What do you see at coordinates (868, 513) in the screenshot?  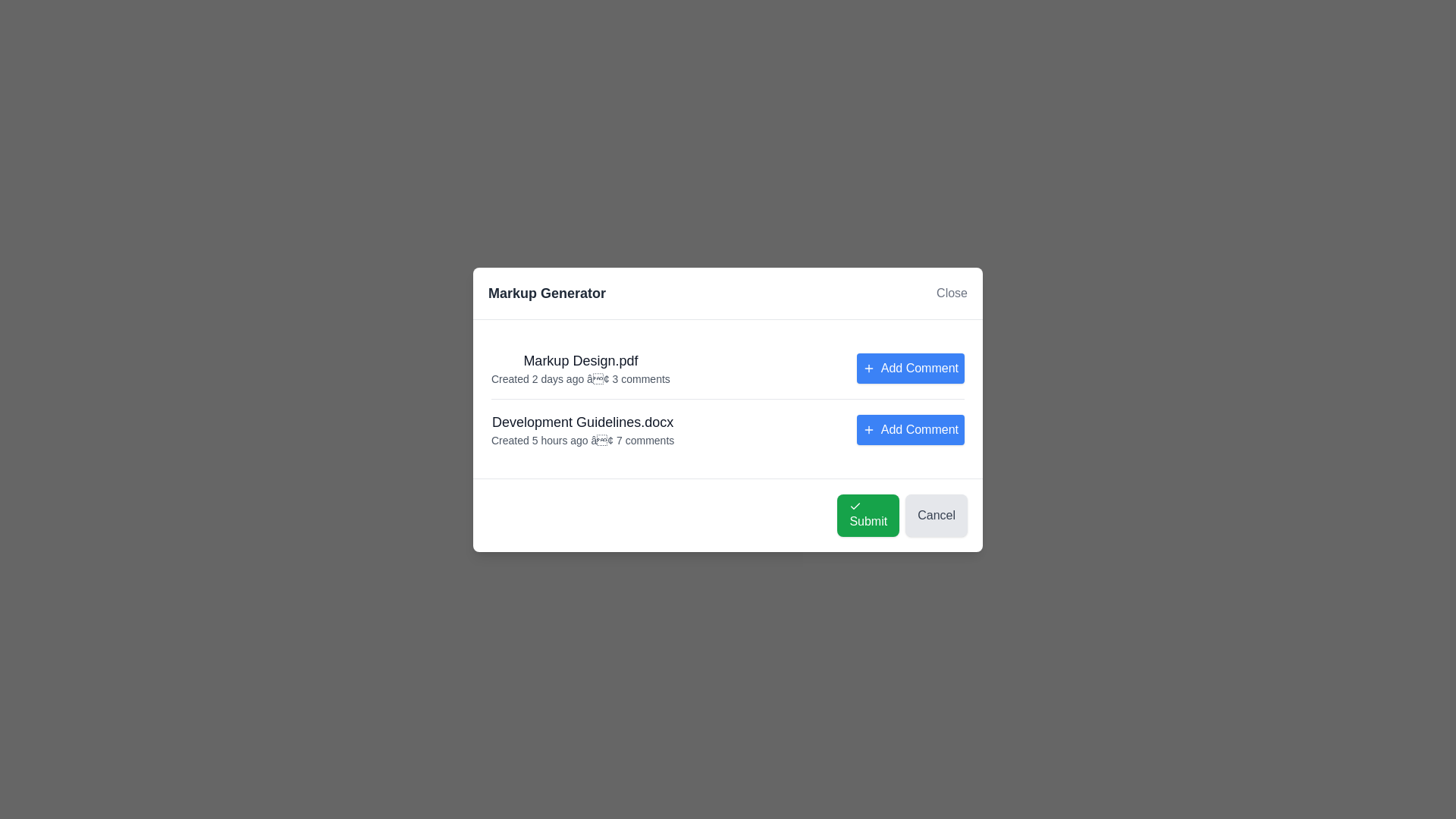 I see `the 'Submit' button to confirm the action` at bounding box center [868, 513].